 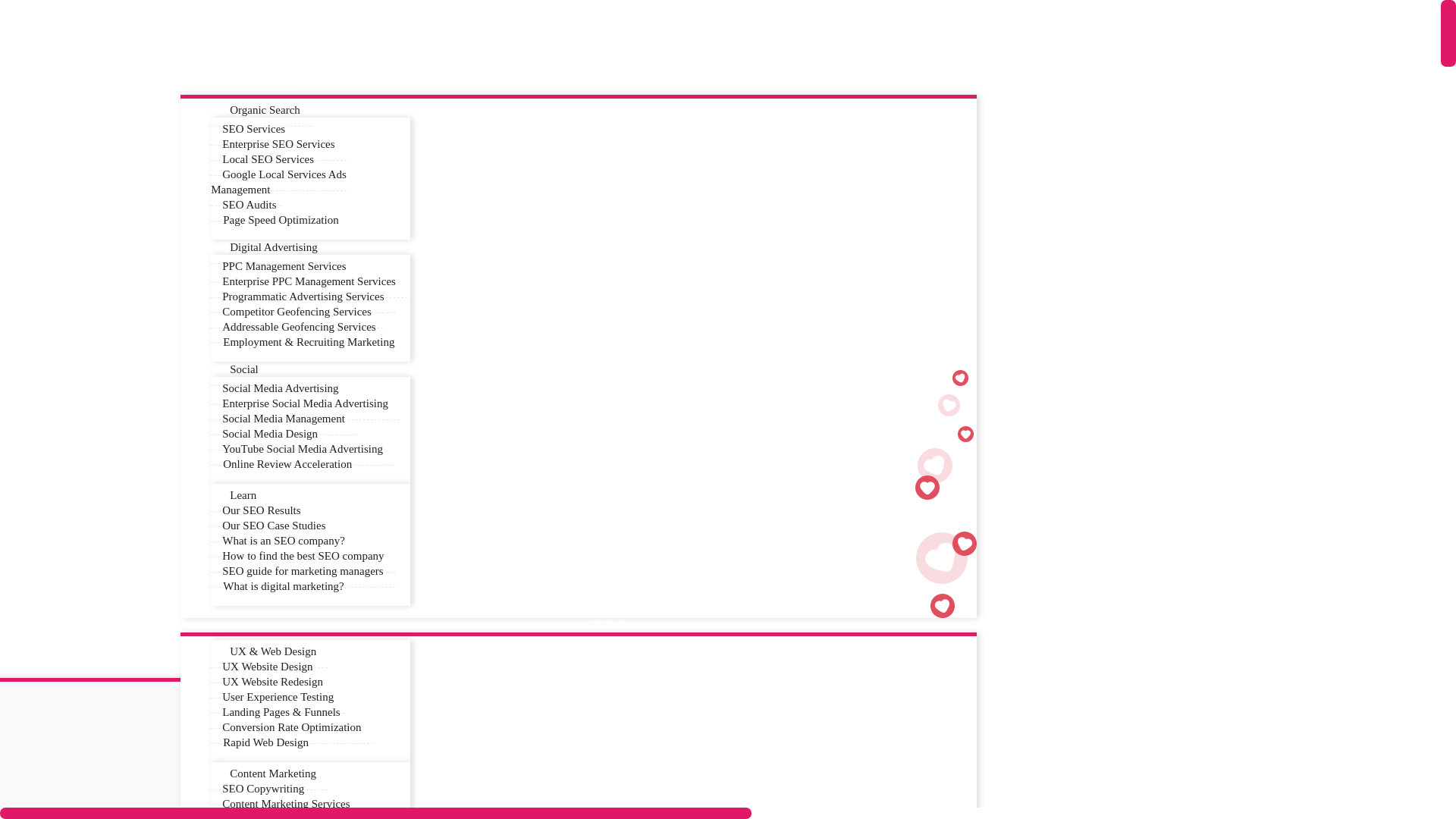 I want to click on 'SEO Audits', so click(x=249, y=205).